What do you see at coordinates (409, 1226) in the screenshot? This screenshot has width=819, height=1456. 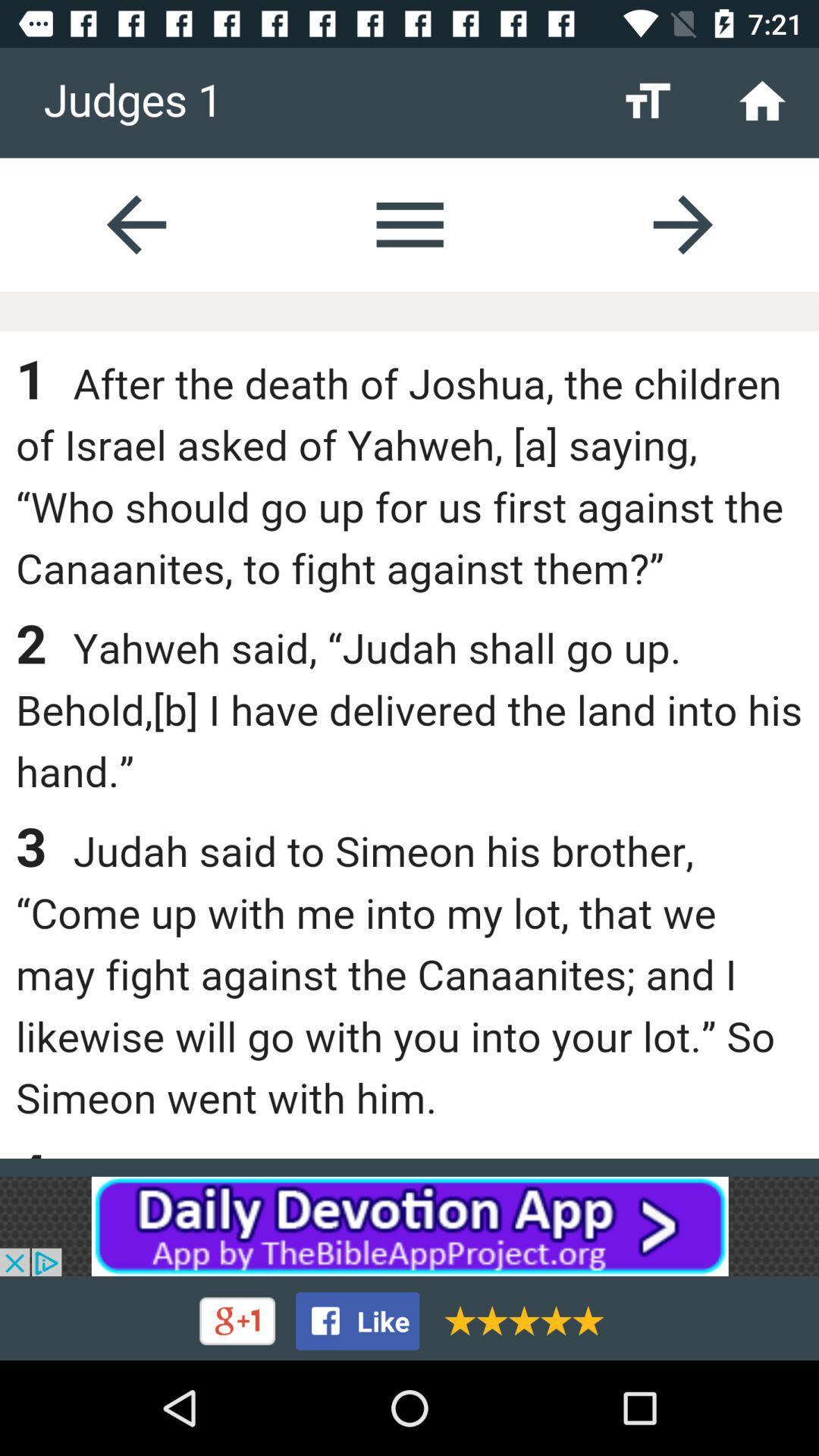 I see `advertisement` at bounding box center [409, 1226].